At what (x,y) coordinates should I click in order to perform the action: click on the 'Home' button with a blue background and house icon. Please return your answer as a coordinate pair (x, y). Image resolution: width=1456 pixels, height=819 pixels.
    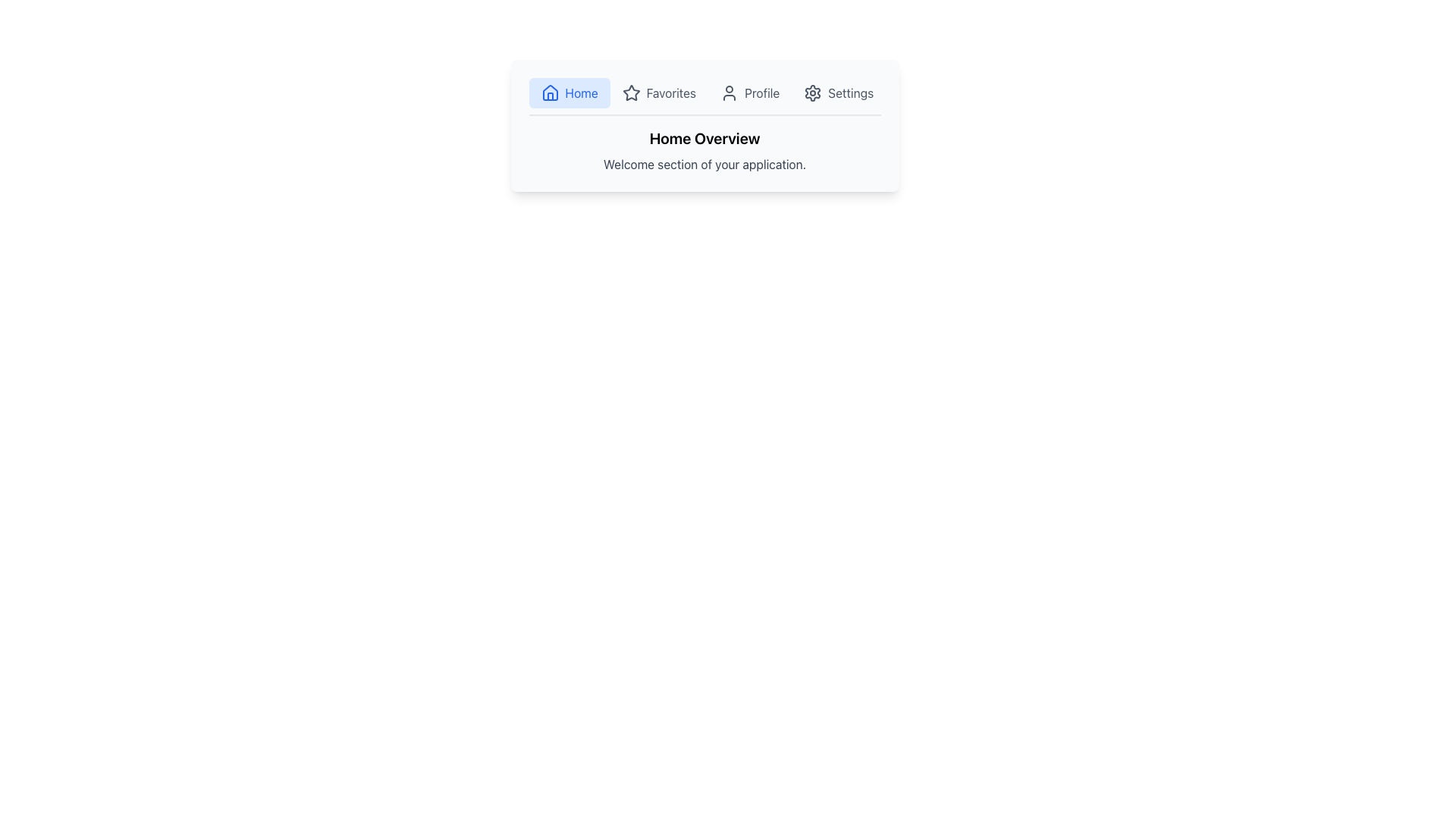
    Looking at the image, I should click on (569, 93).